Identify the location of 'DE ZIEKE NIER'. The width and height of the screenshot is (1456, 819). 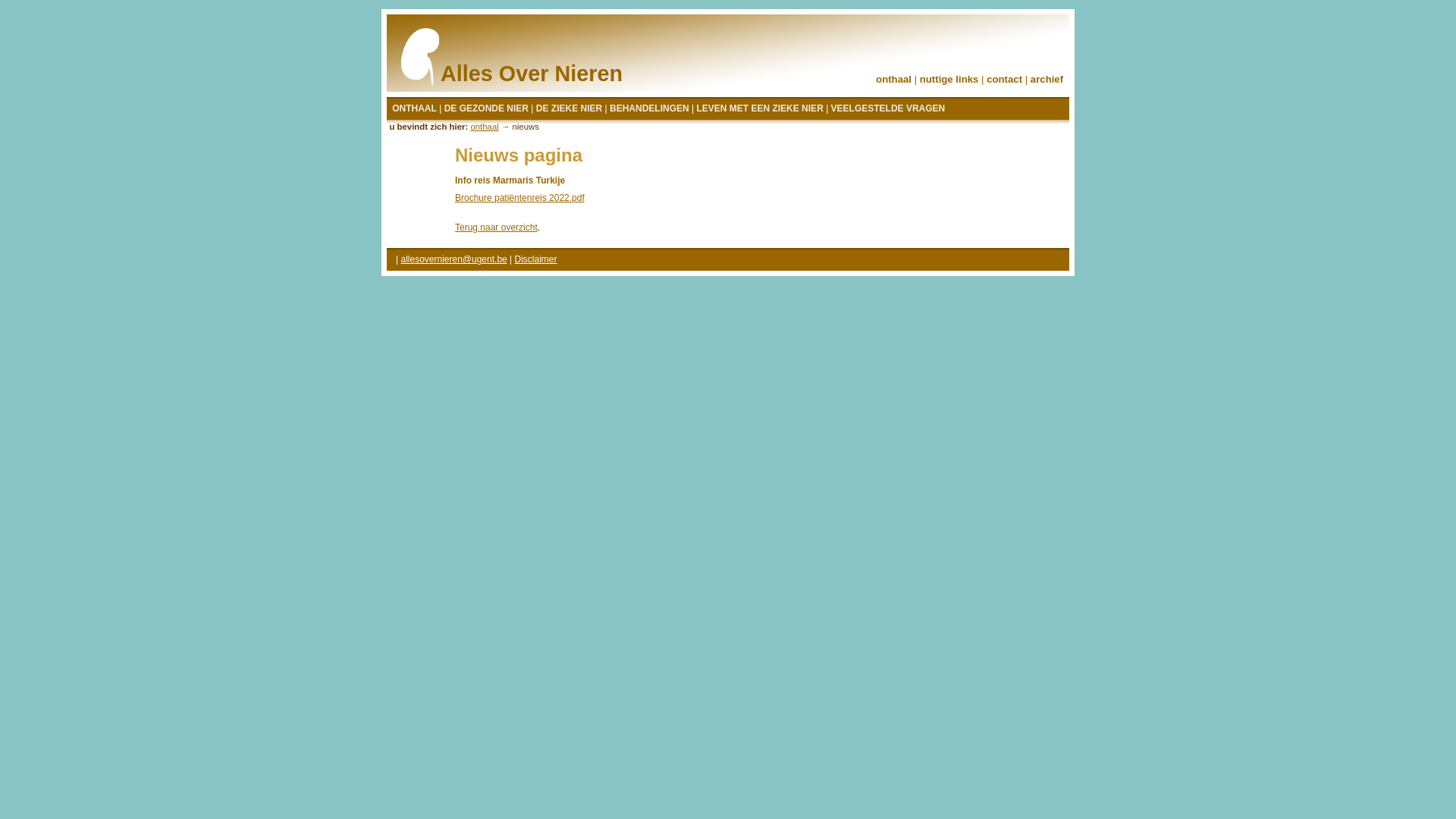
(568, 108).